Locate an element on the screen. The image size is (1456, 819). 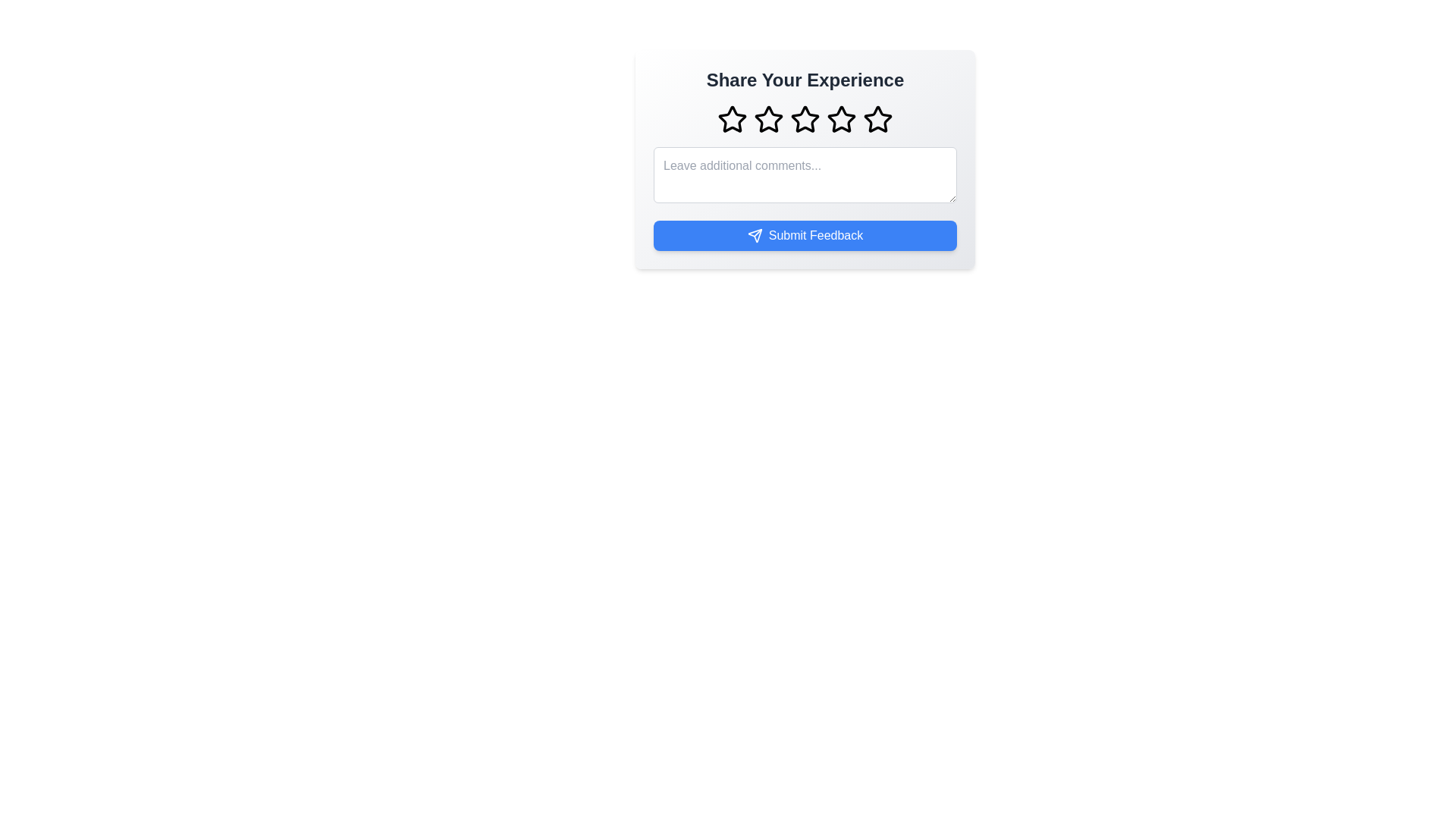
the second star rating button located below the 'Share Your Experience' text and above the comments input field is located at coordinates (768, 118).